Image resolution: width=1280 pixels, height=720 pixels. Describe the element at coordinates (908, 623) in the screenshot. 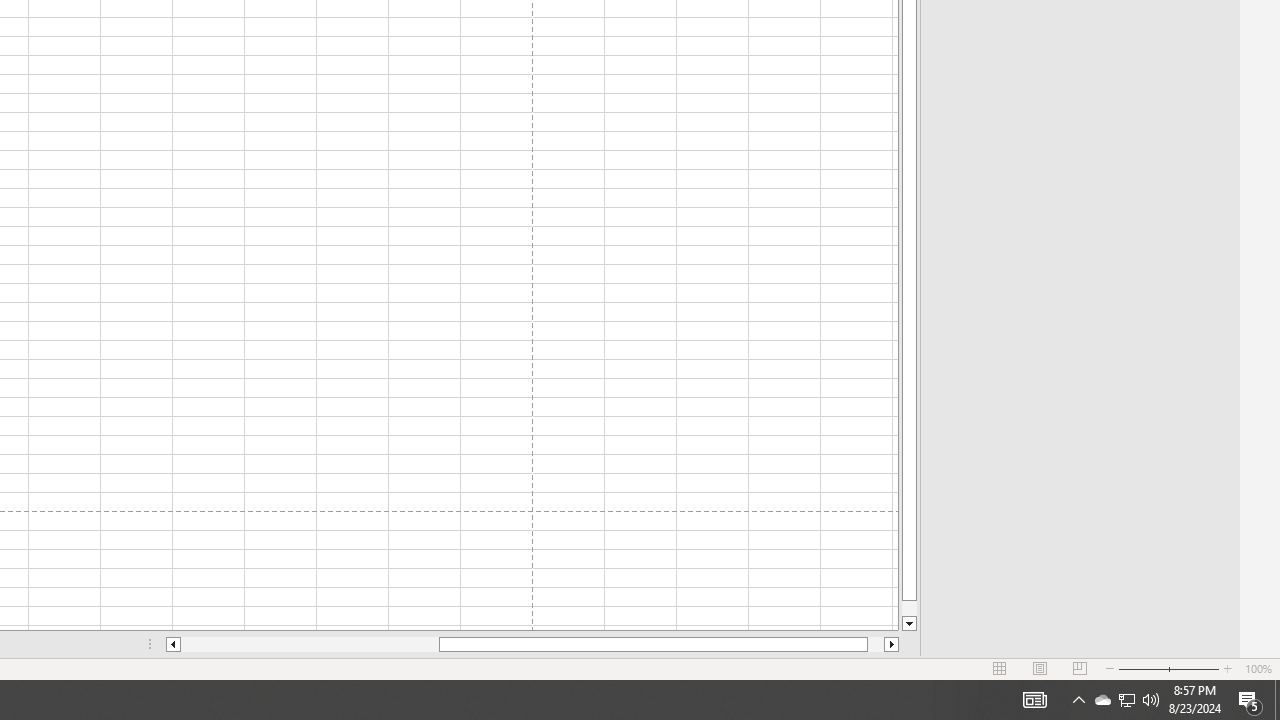

I see `'Line down'` at that location.